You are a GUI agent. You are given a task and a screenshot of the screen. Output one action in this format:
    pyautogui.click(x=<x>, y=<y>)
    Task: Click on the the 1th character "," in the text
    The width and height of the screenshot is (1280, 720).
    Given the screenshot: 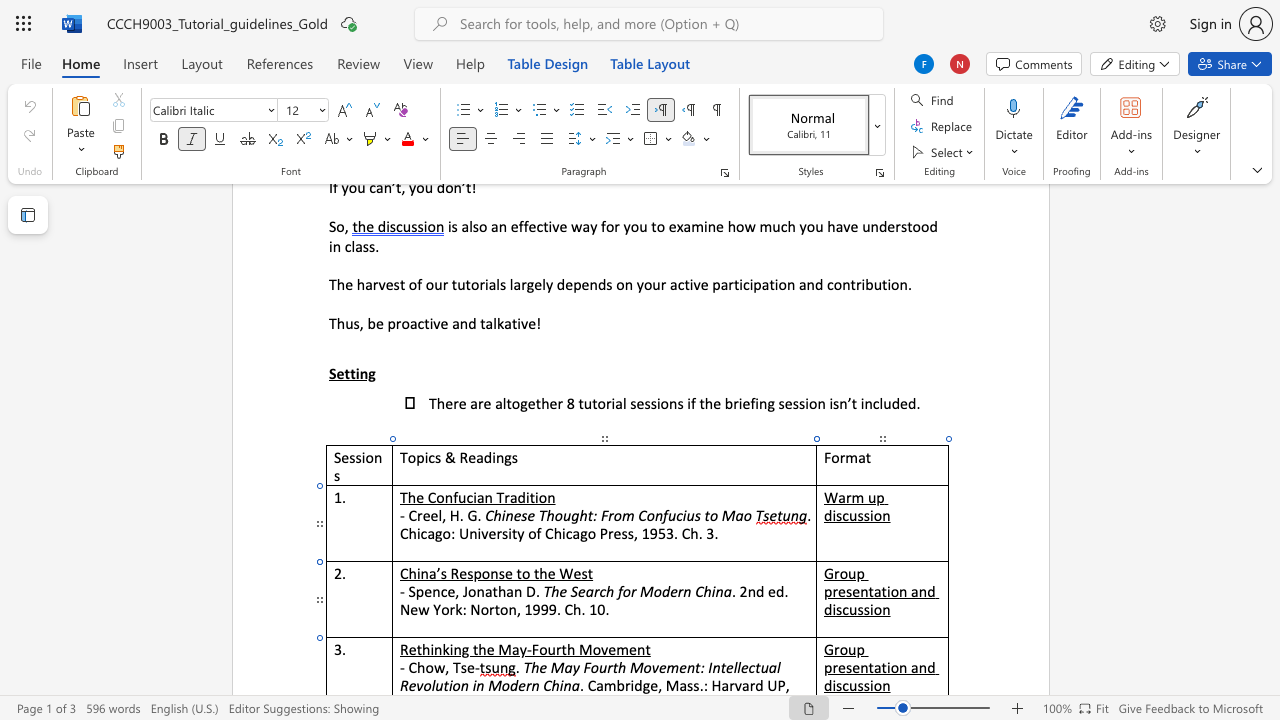 What is the action you would take?
    pyautogui.click(x=446, y=667)
    